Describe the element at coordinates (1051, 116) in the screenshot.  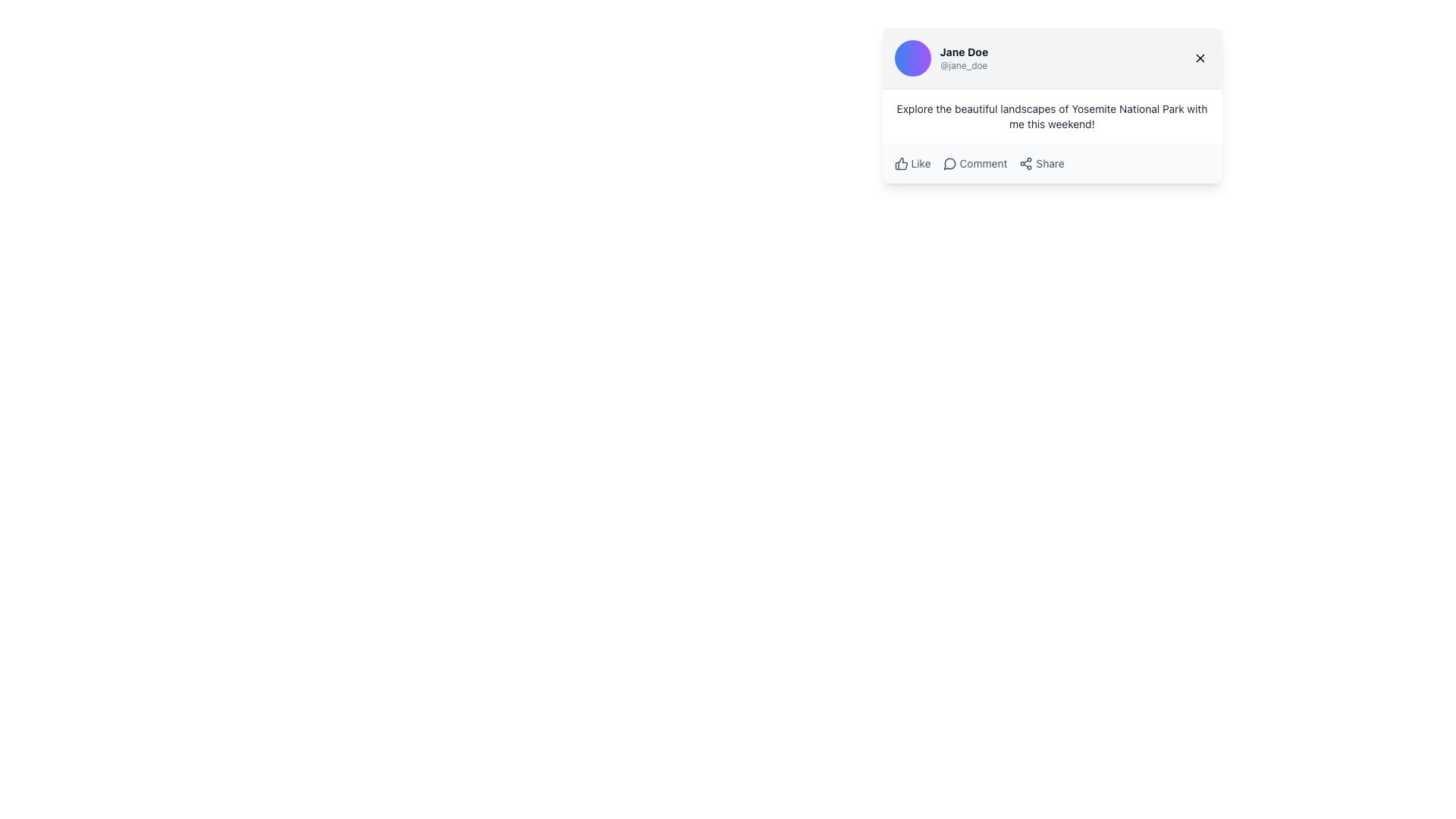
I see `the Text Display element that contains the sentence 'Explore the beautiful landscapes of Yosemite National Park with me this weekend!', which is centrally aligned in a card layout` at that location.